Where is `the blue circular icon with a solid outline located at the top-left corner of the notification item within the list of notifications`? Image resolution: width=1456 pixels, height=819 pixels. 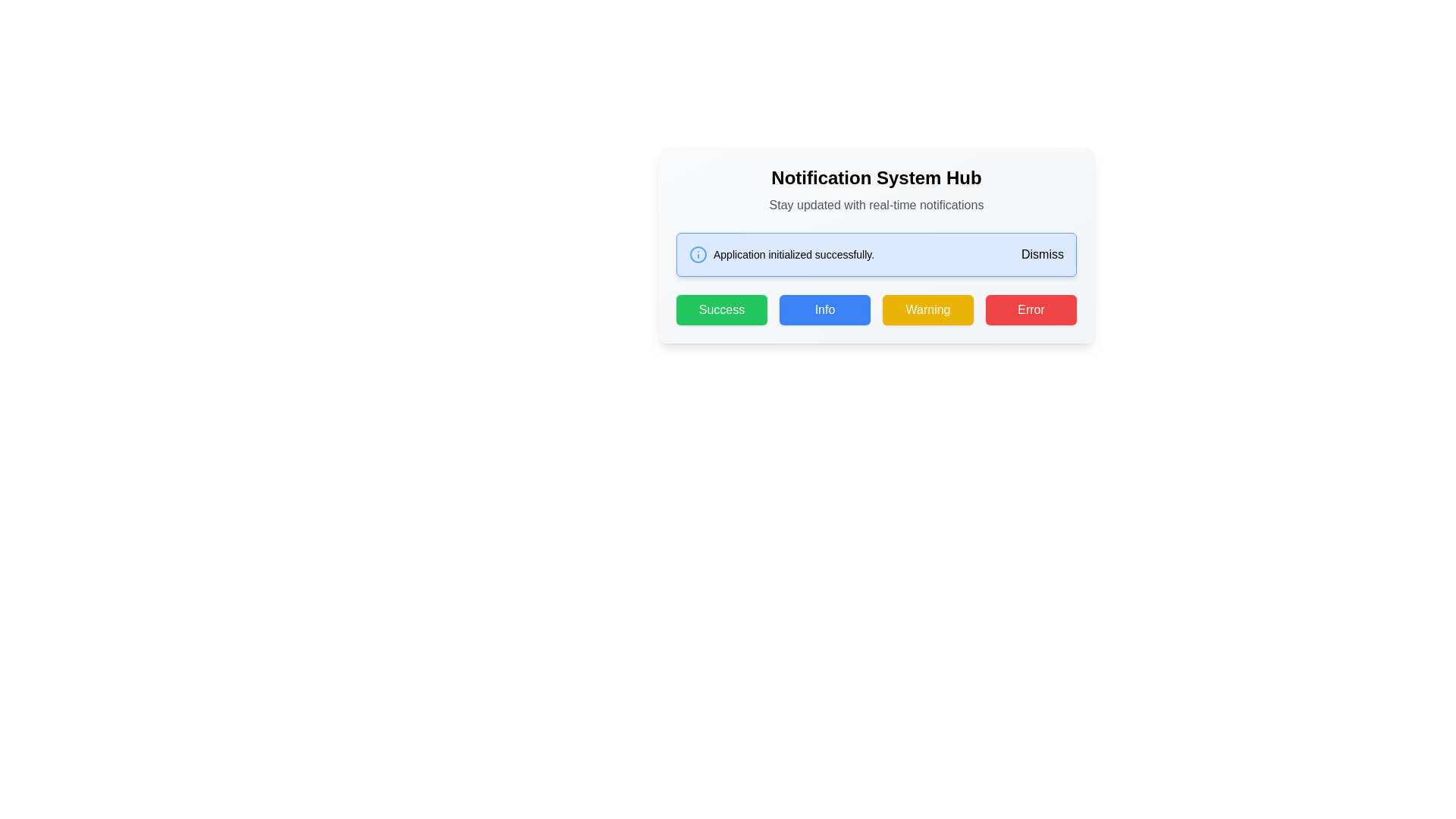 the blue circular icon with a solid outline located at the top-left corner of the notification item within the list of notifications is located at coordinates (698, 253).